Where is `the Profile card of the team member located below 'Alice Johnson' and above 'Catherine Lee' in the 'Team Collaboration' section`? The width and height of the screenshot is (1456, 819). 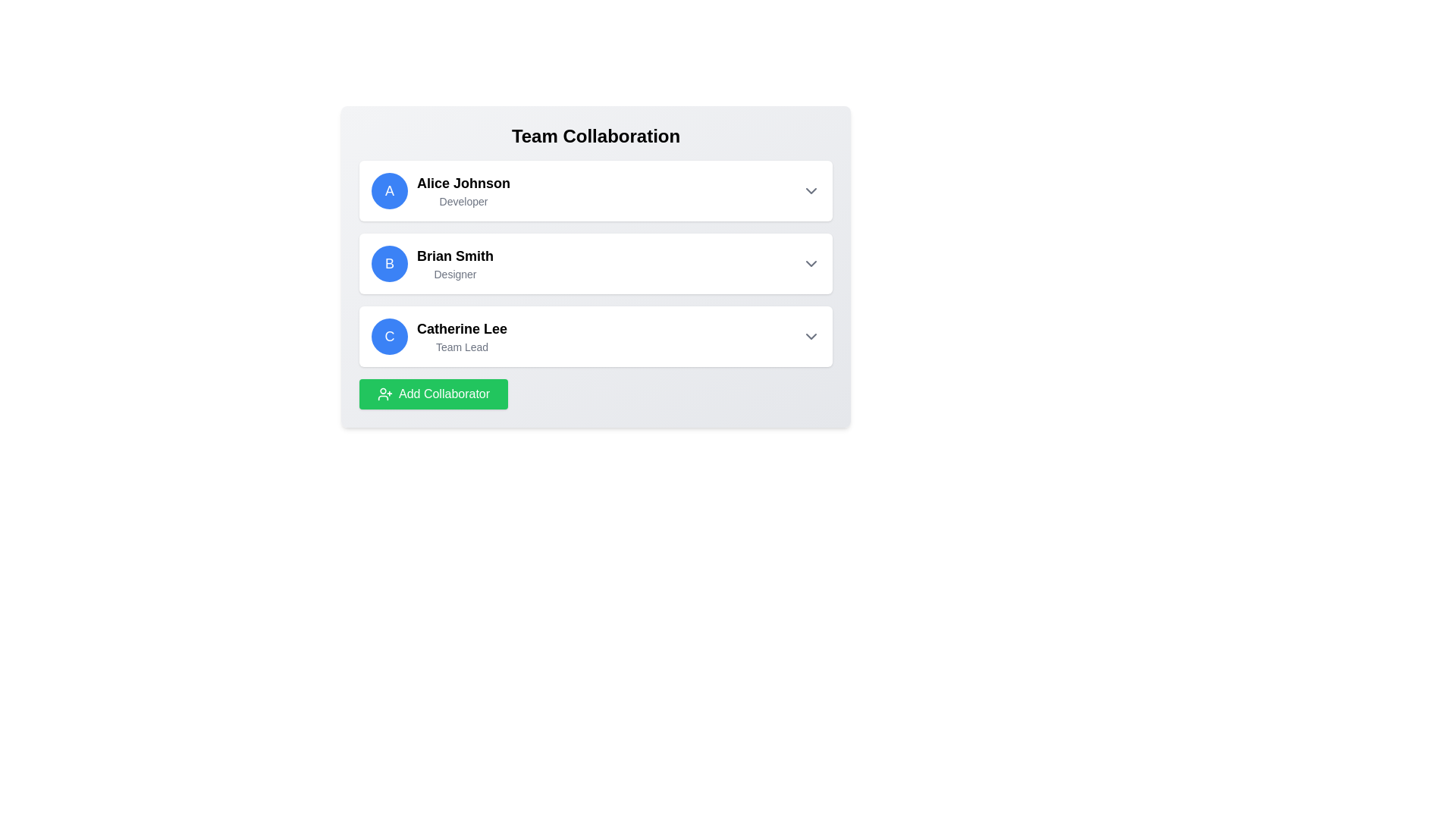
the Profile card of the team member located below 'Alice Johnson' and above 'Catherine Lee' in the 'Team Collaboration' section is located at coordinates (595, 262).